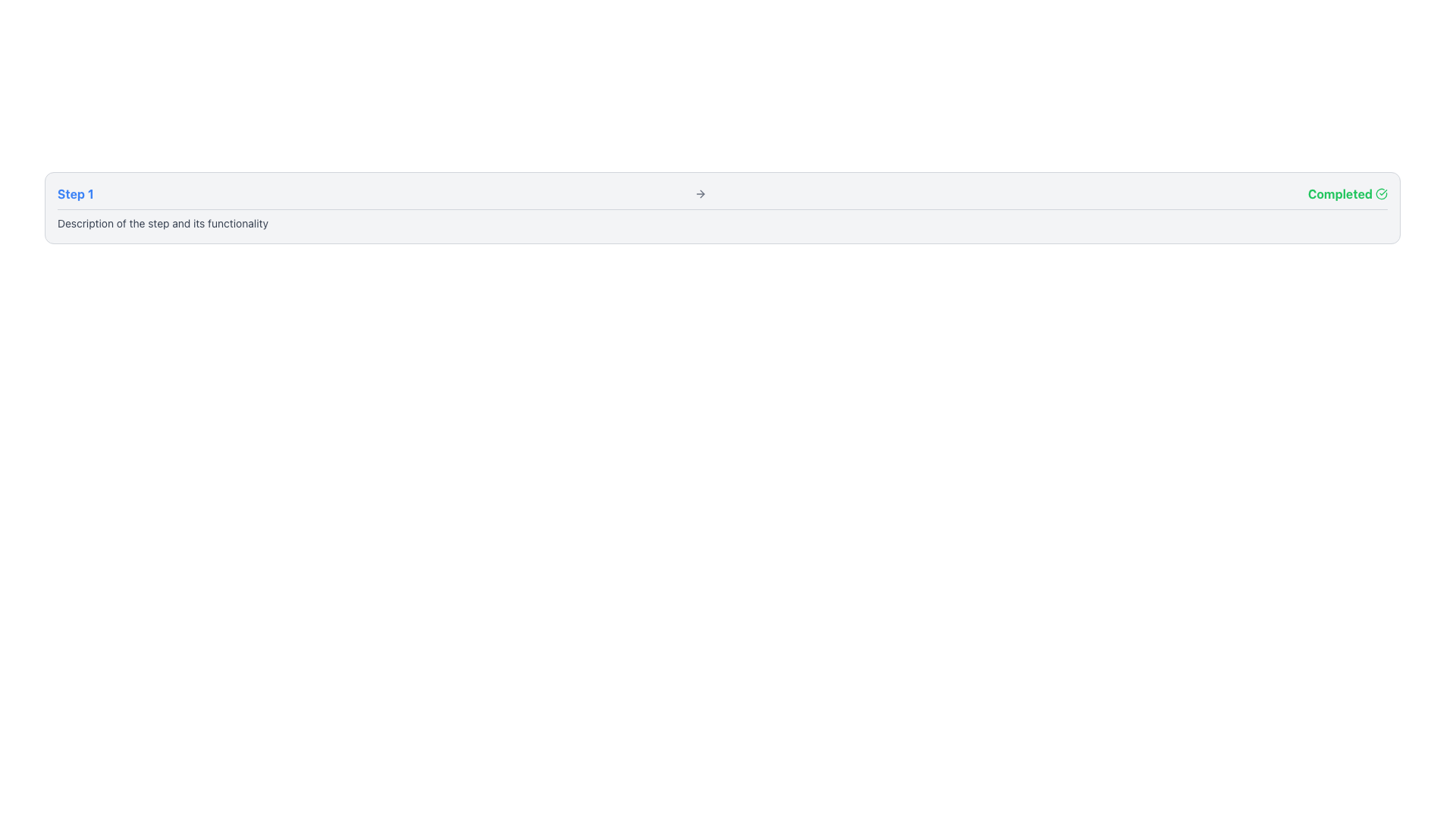 The height and width of the screenshot is (819, 1456). What do you see at coordinates (163, 223) in the screenshot?
I see `the text label that reads 'Description of the step and its functionality', which is styled in a smaller gray font and is positioned to the right of the 'Step 1' label` at bounding box center [163, 223].